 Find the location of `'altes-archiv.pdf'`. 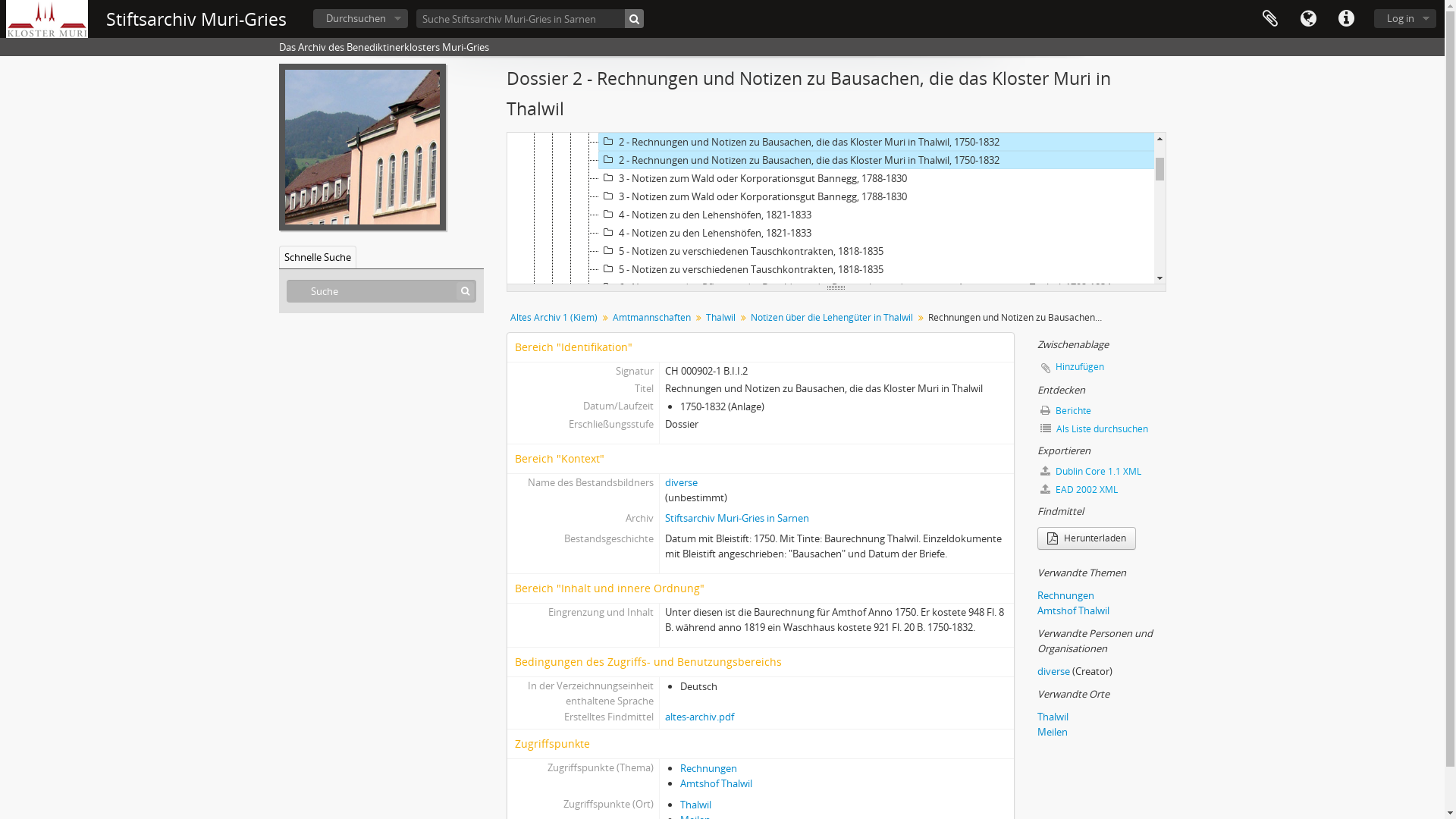

'altes-archiv.pdf' is located at coordinates (698, 717).